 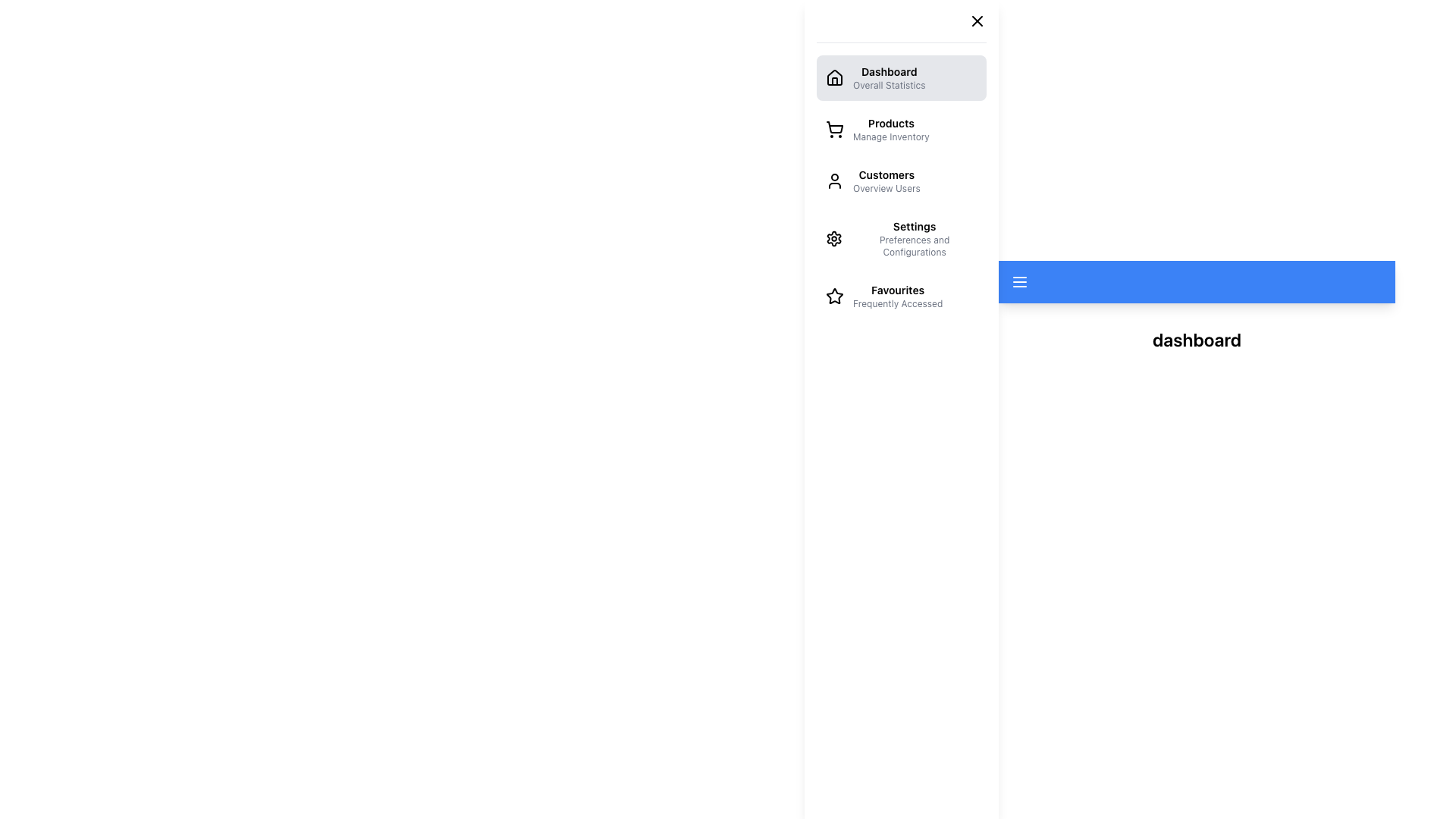 I want to click on the 'Favourites' menu icon located on the left-hand side of the navigation menu, which visually represents the 'Favourites' option, so click(x=833, y=296).